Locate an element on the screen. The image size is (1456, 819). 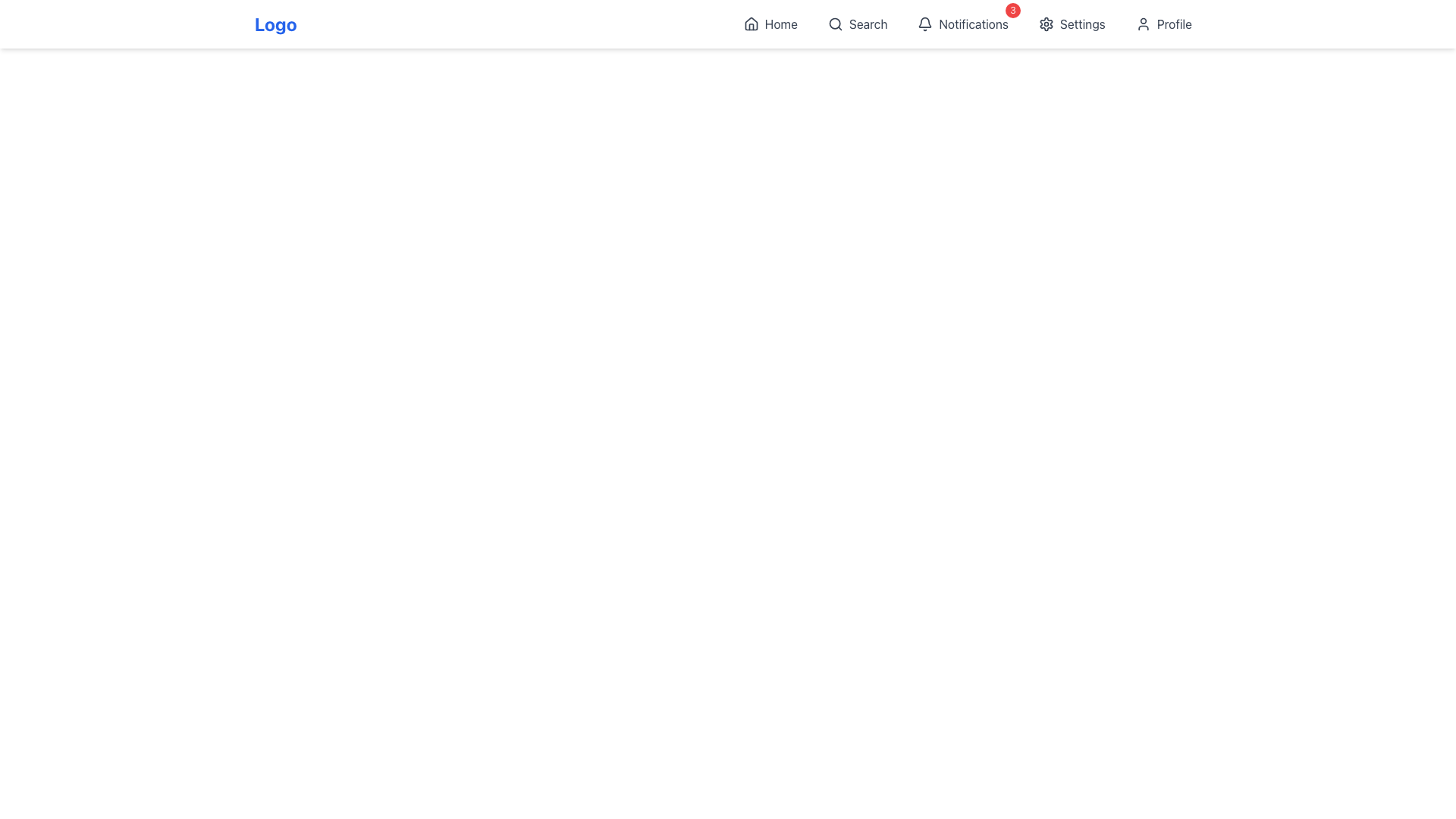
the notification badge in the navigation bar located on the top-right region of the layout to open a detailed notification view is located at coordinates (967, 24).